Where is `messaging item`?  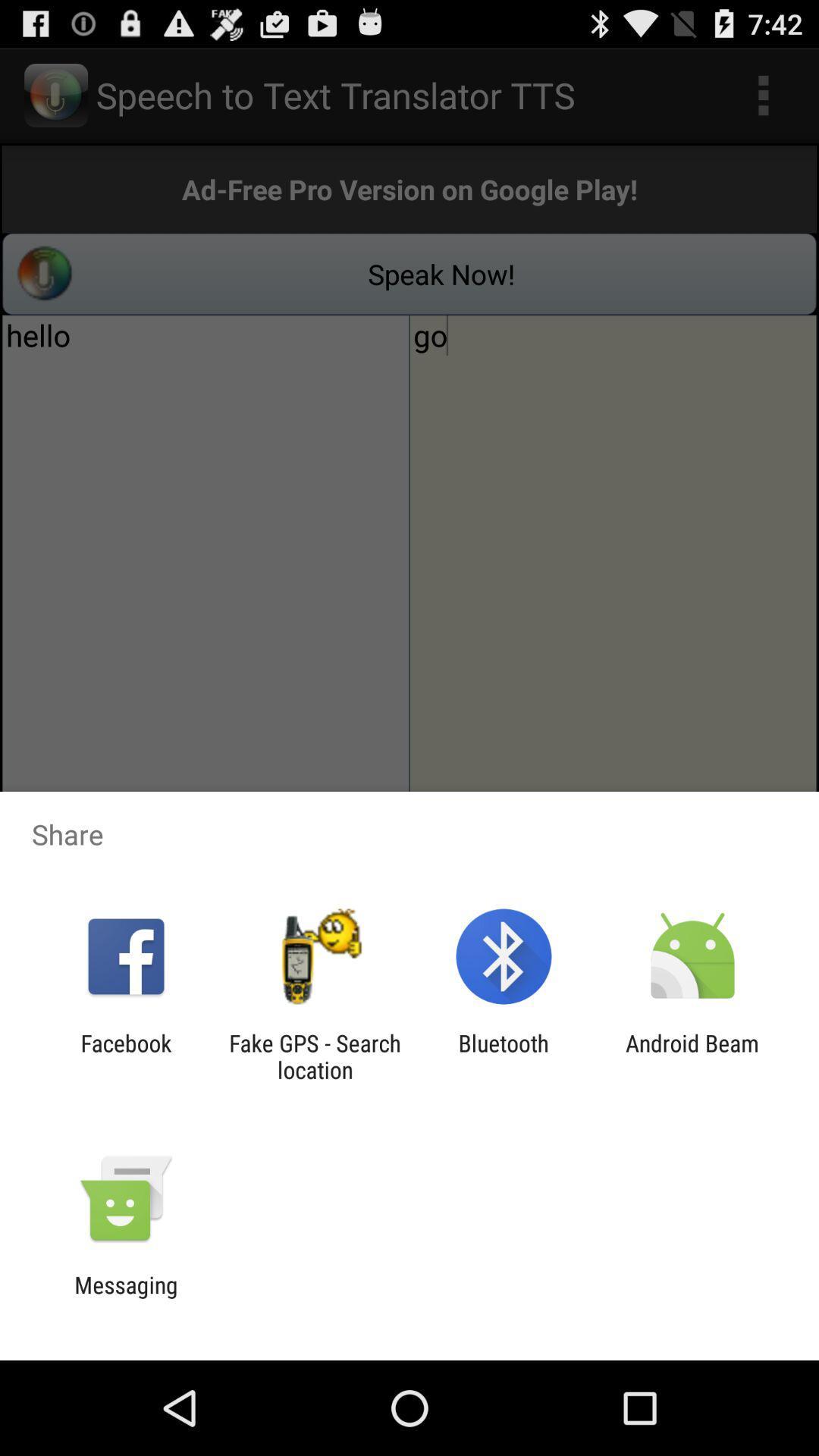
messaging item is located at coordinates (125, 1298).